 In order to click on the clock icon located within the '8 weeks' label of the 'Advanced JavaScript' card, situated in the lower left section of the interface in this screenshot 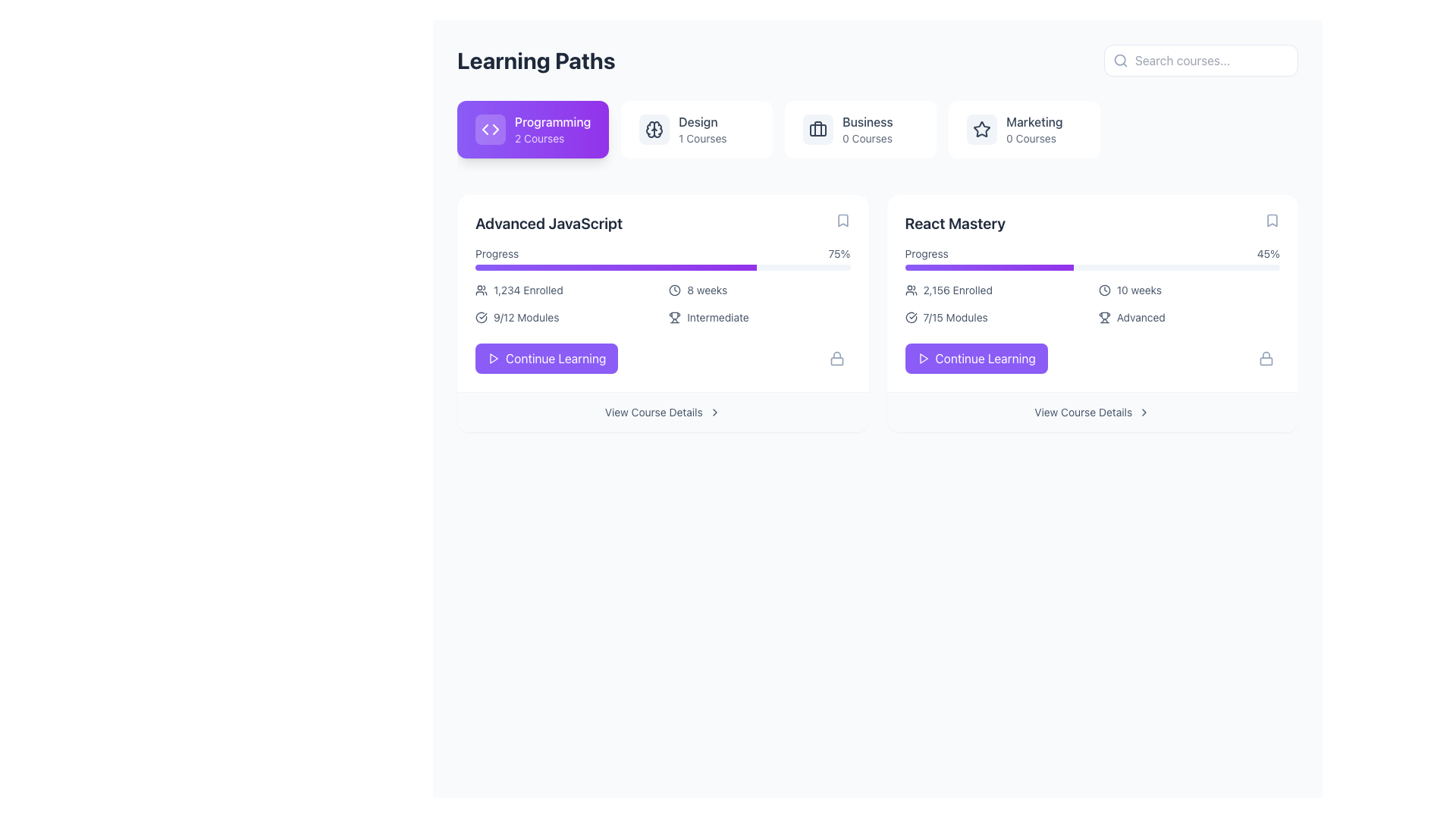, I will do `click(674, 290)`.